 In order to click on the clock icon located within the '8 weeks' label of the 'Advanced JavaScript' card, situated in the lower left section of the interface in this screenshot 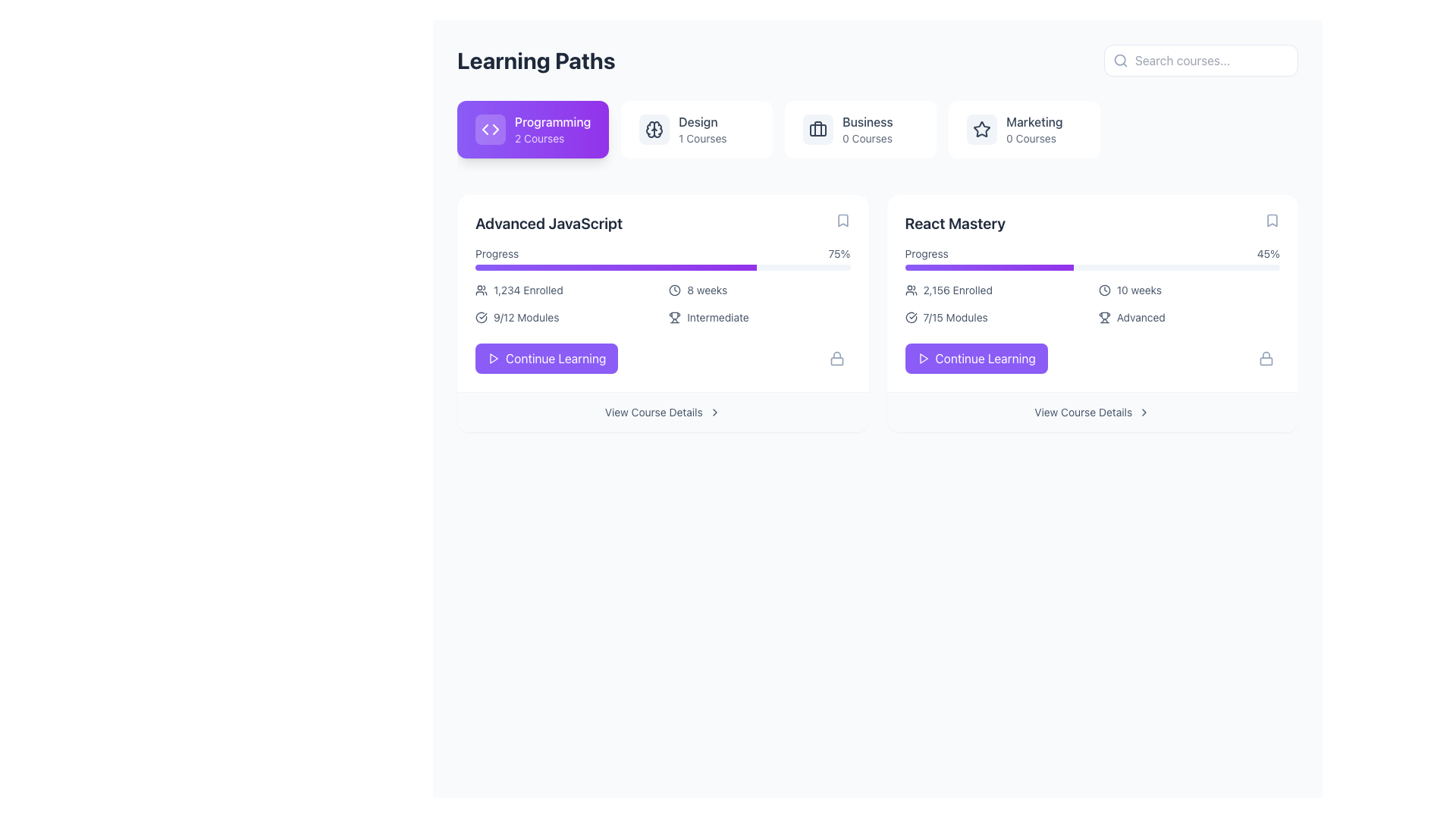, I will do `click(674, 290)`.